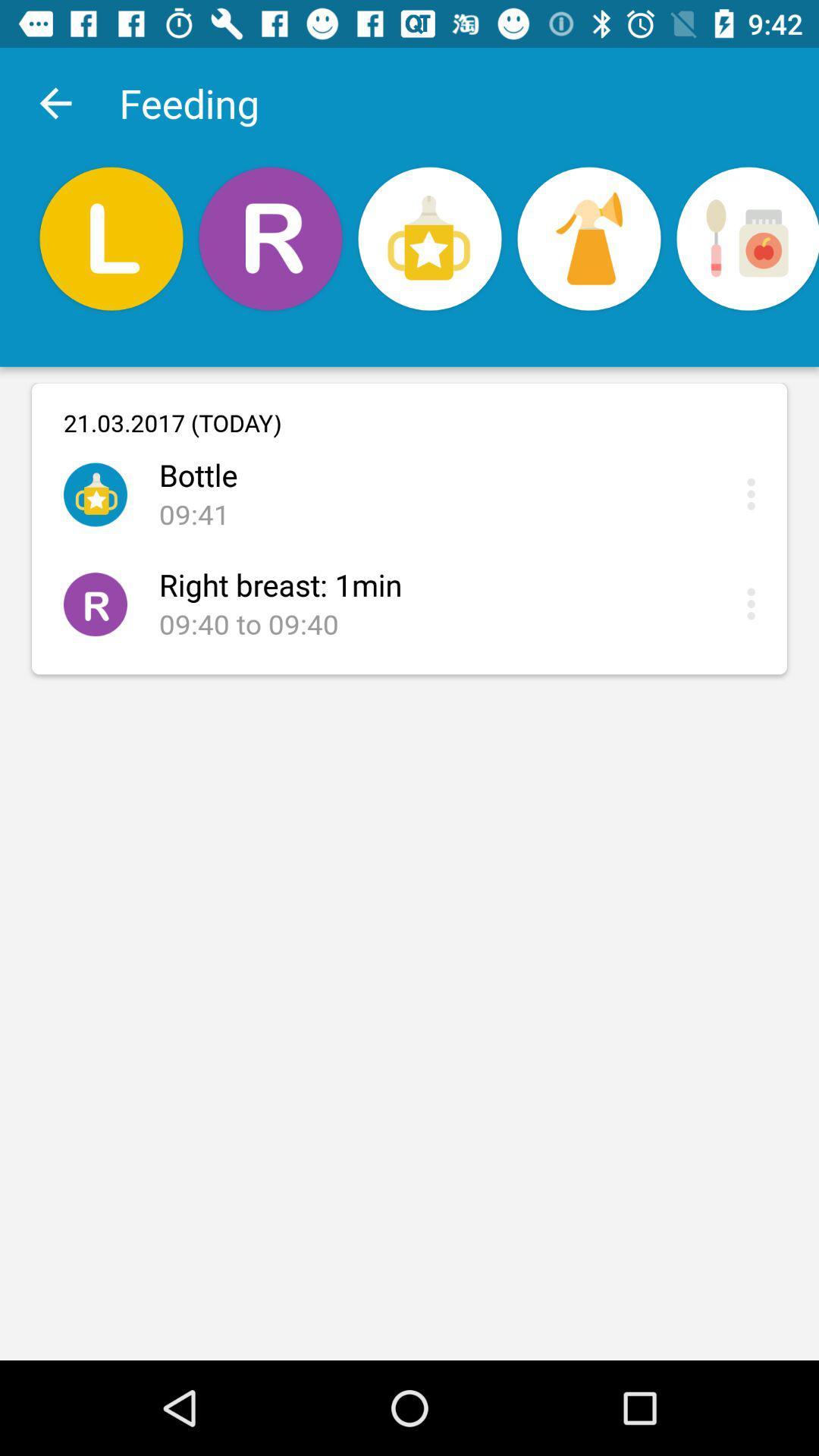 The height and width of the screenshot is (1456, 819). I want to click on open more options, so click(755, 603).